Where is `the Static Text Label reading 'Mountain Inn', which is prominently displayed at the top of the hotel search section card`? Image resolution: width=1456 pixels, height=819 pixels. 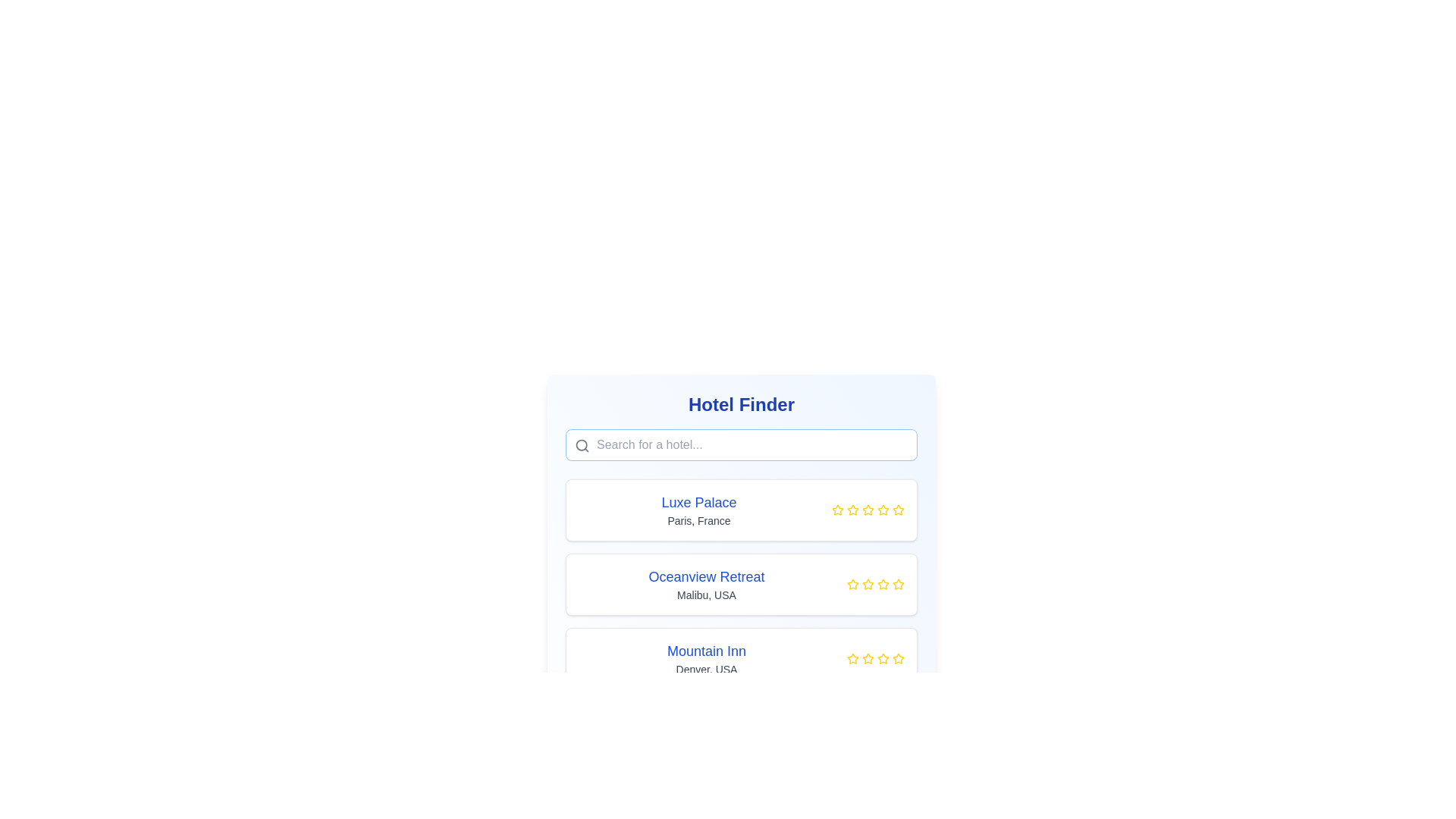 the Static Text Label reading 'Mountain Inn', which is prominently displayed at the top of the hotel search section card is located at coordinates (705, 651).